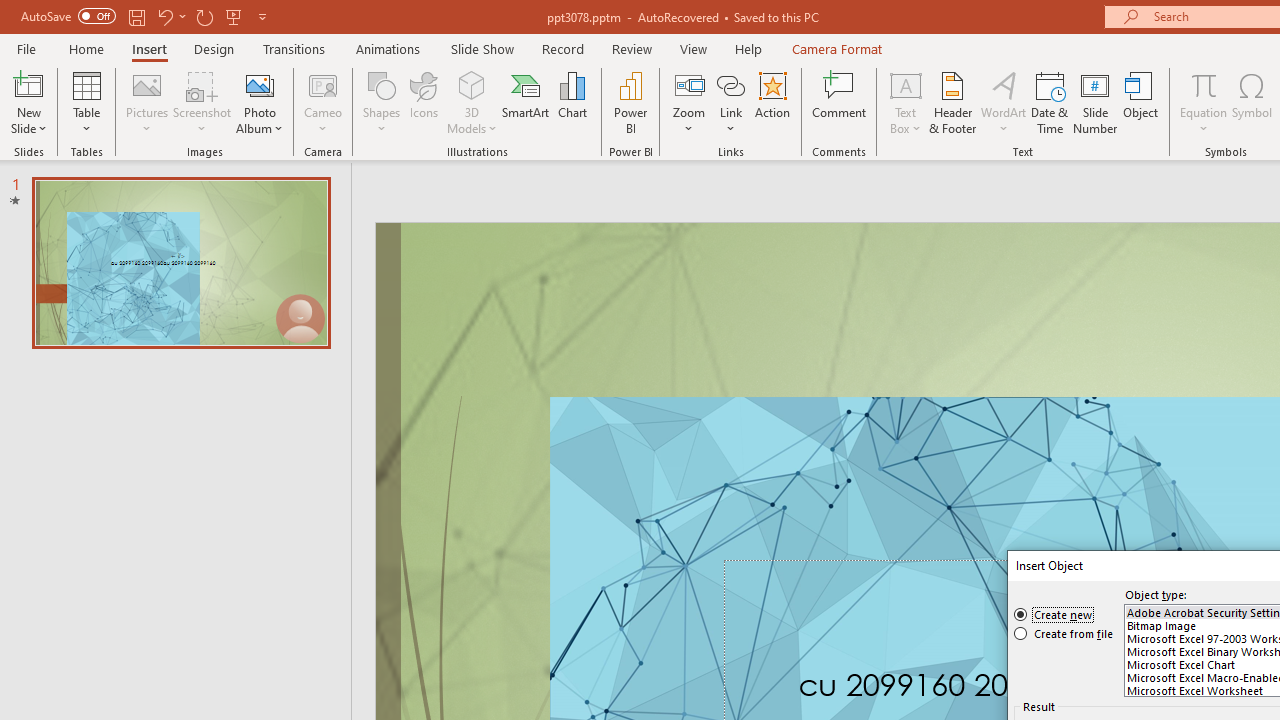 The height and width of the screenshot is (720, 1280). I want to click on 'Camera Format', so click(837, 48).